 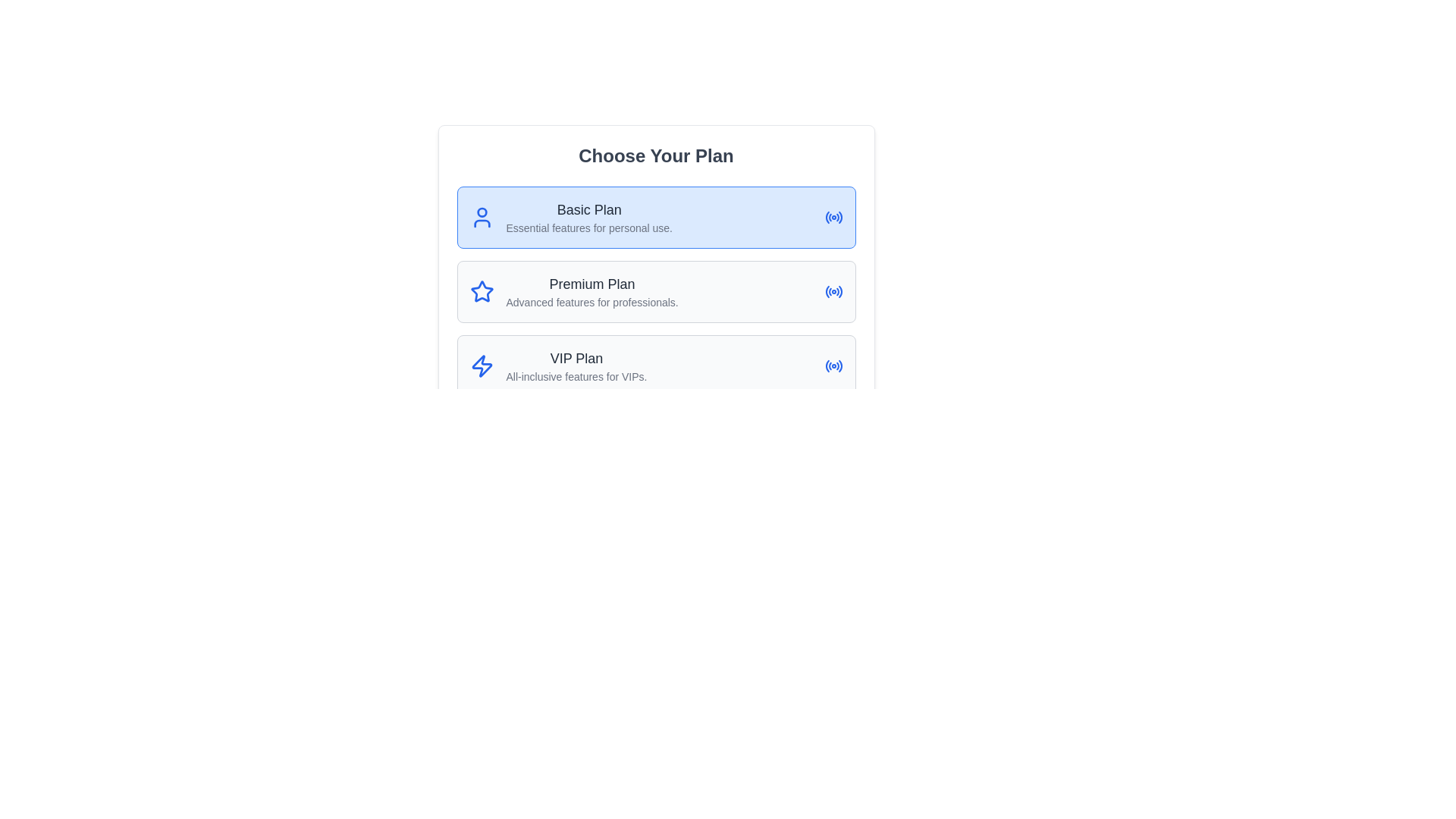 I want to click on the Premium Plan icon that signifies its premium features, located to the left of the 'Premium Plan' title and description, so click(x=481, y=292).